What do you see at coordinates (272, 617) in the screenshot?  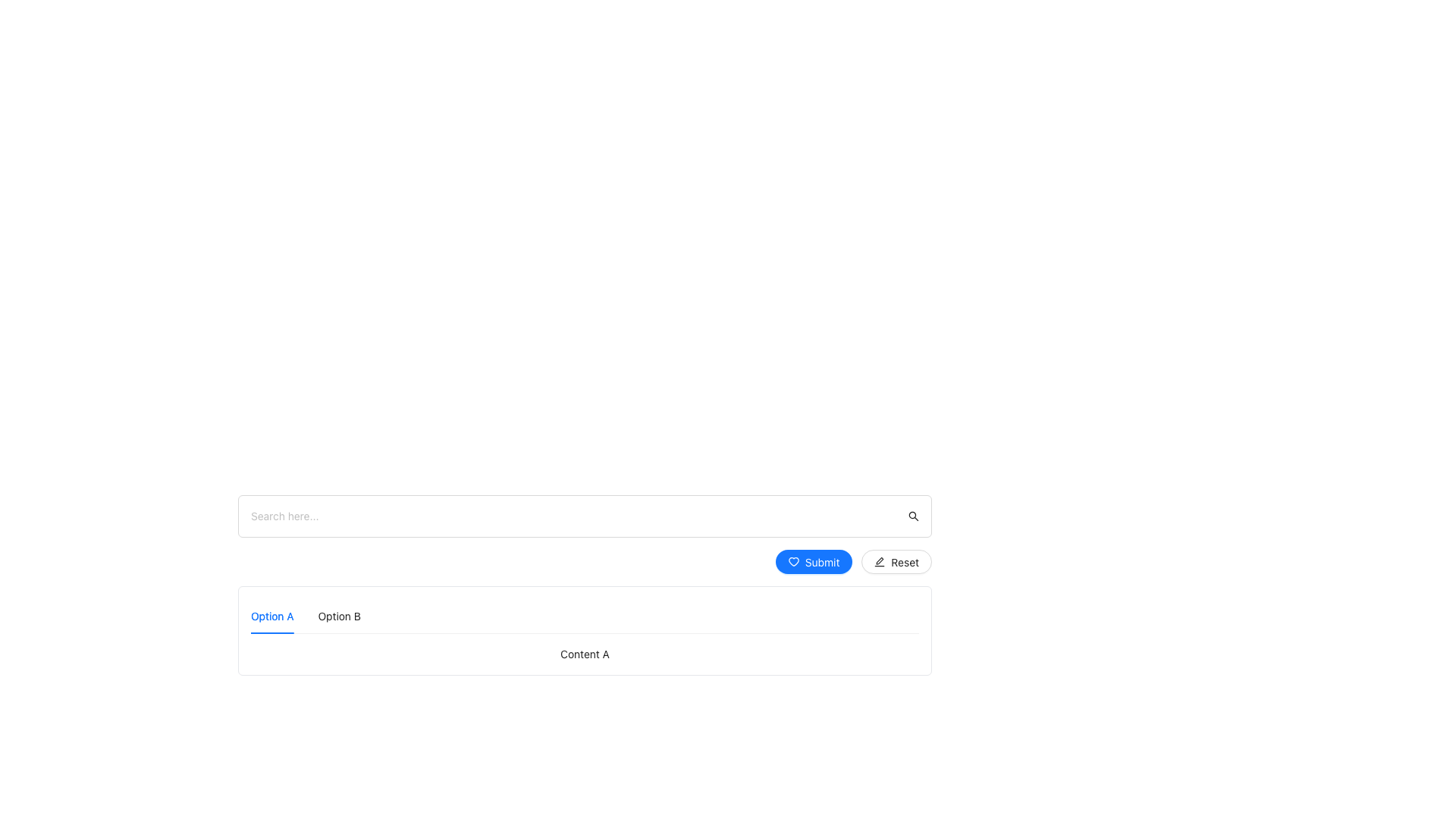 I see `the active tab labeled 'Option A'` at bounding box center [272, 617].